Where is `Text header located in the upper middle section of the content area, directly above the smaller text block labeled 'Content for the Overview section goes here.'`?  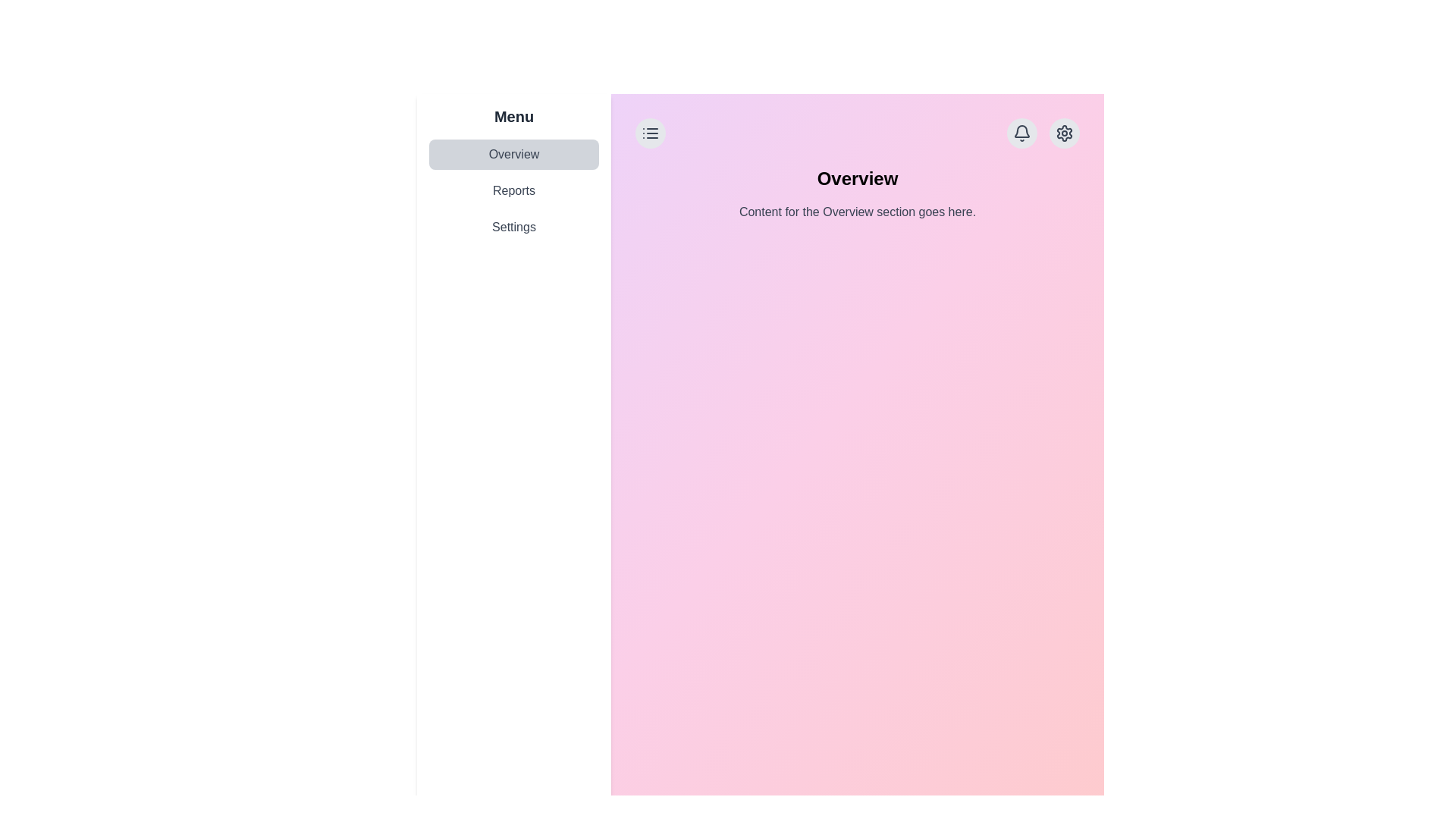
Text header located in the upper middle section of the content area, directly above the smaller text block labeled 'Content for the Overview section goes here.' is located at coordinates (858, 177).